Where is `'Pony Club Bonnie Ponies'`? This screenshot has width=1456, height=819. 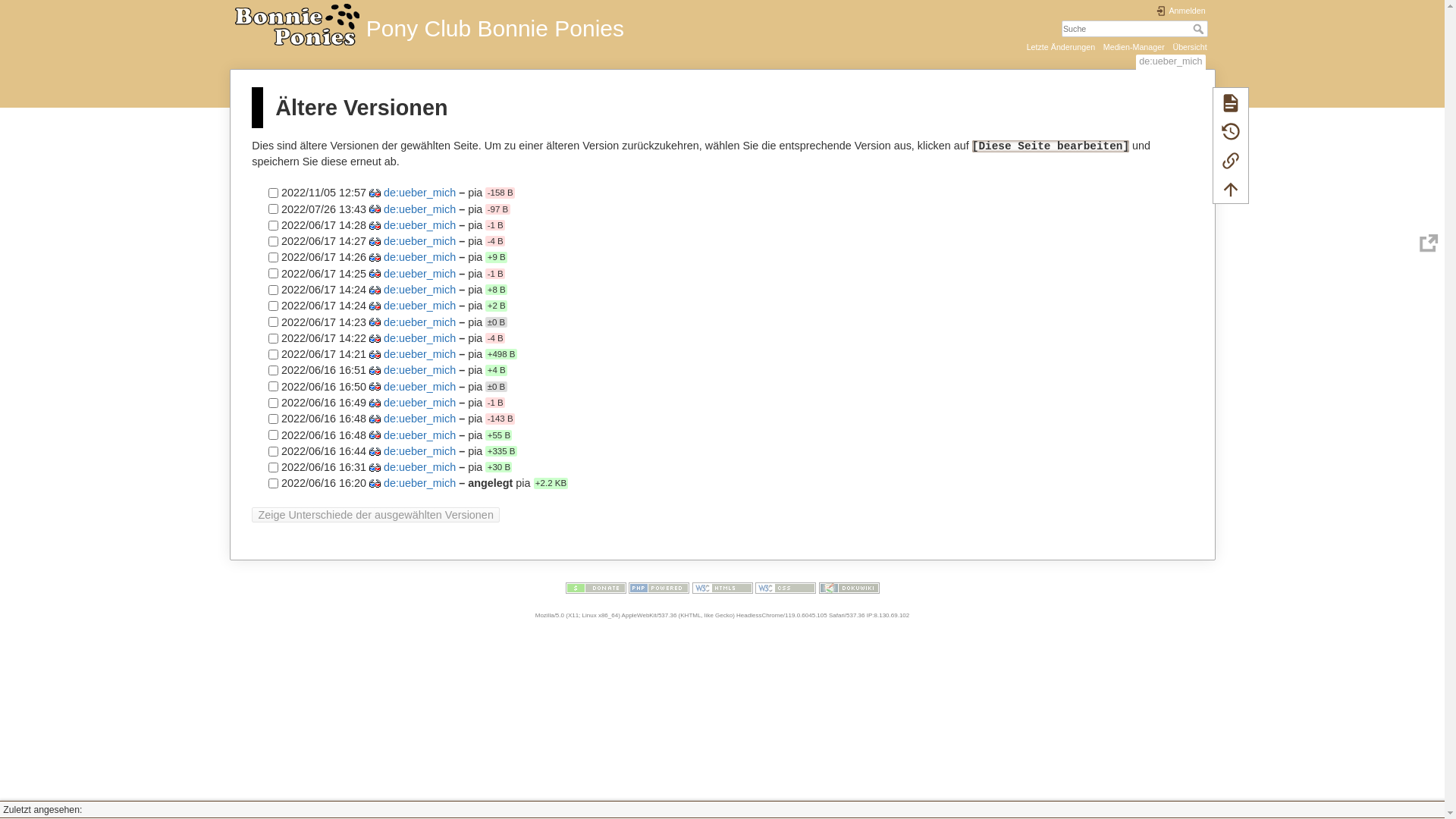 'Pony Club Bonnie Ponies' is located at coordinates (475, 23).